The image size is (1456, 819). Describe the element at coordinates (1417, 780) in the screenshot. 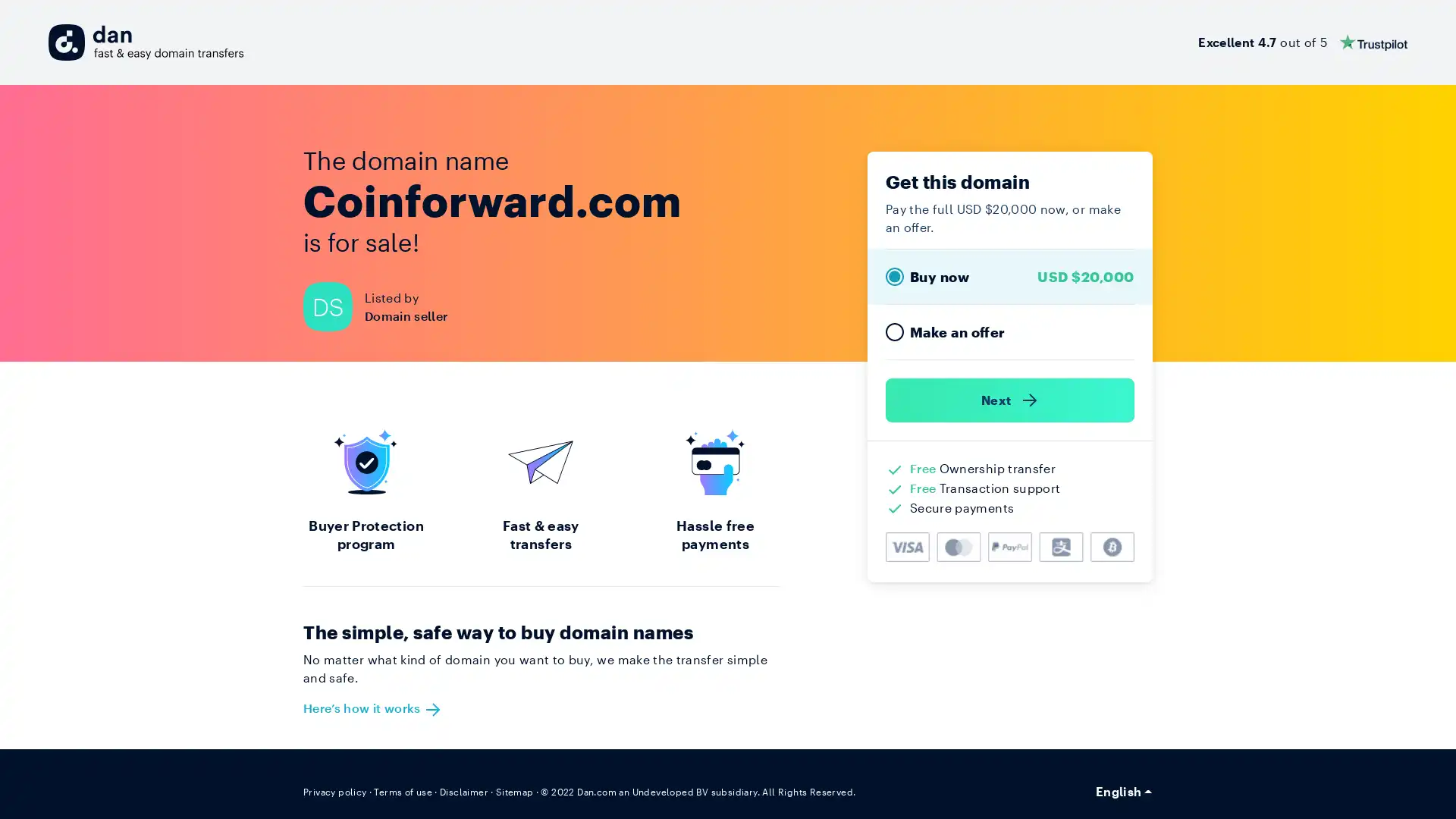

I see `Open Intercom Messenger` at that location.